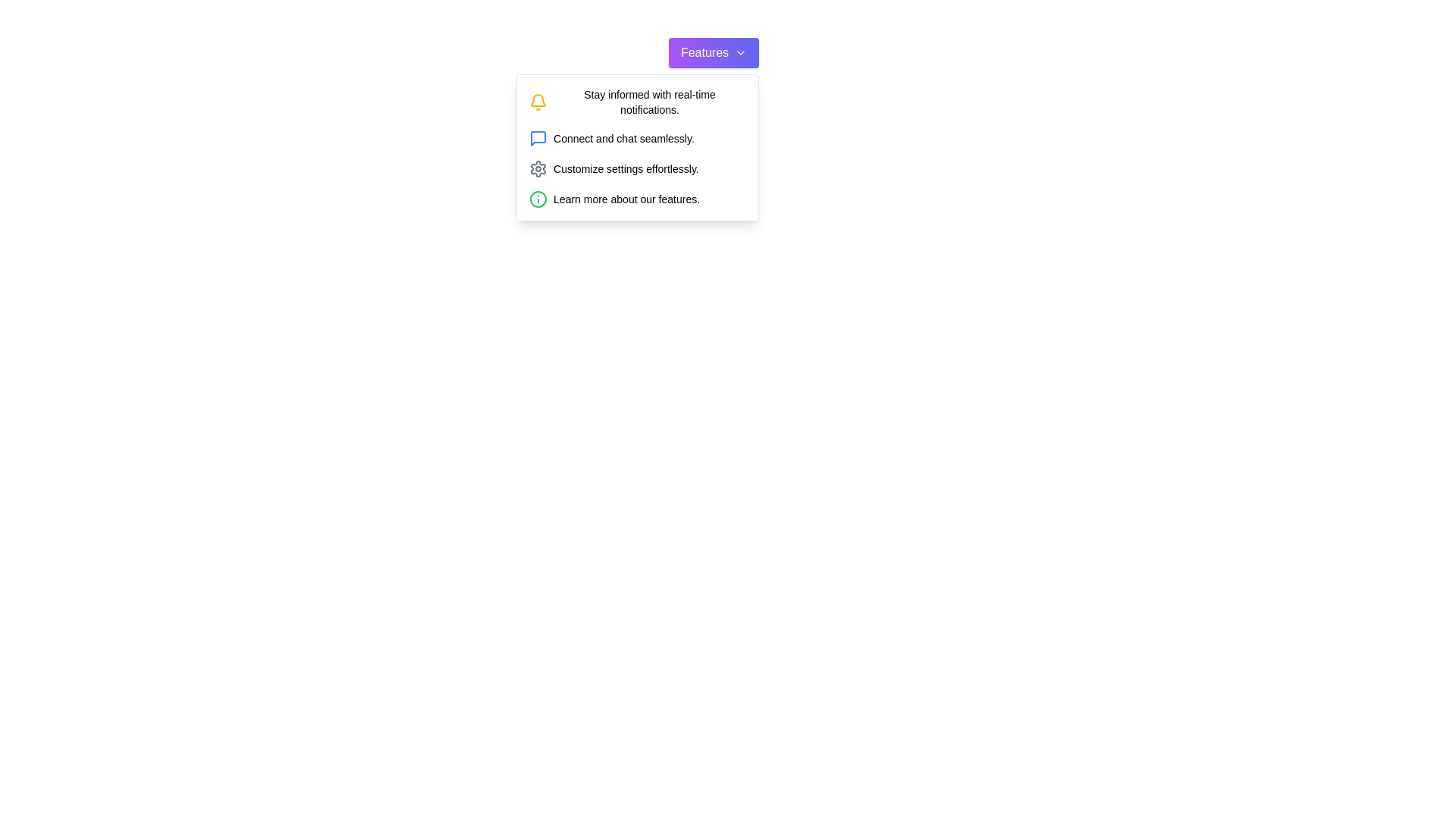 The width and height of the screenshot is (1456, 819). I want to click on the icons and their associated descriptive text in the dropdown menu that appears when the 'Features' button is clicked, so click(638, 148).